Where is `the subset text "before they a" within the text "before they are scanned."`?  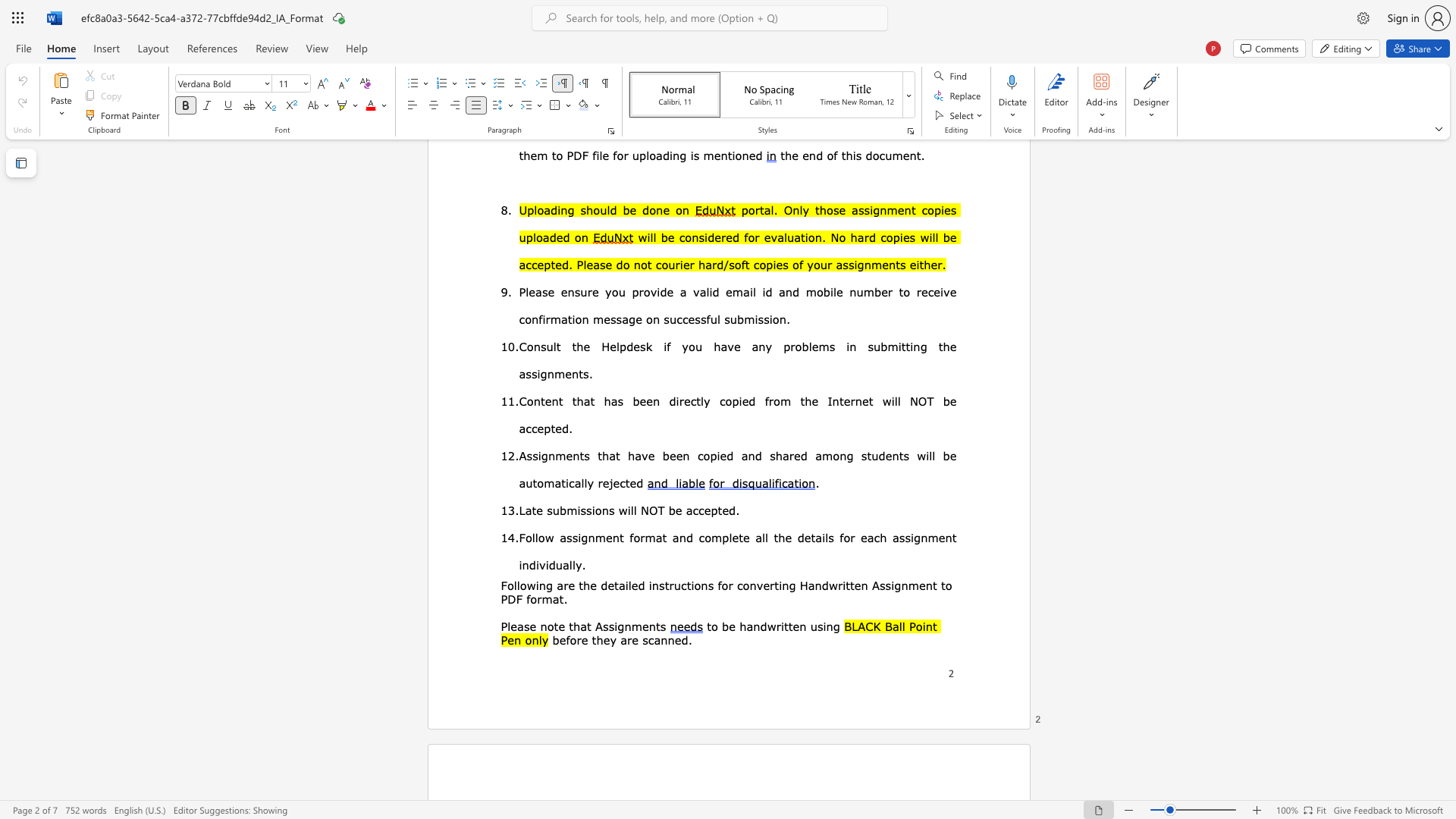 the subset text "before they a" within the text "before they are scanned." is located at coordinates (551, 640).